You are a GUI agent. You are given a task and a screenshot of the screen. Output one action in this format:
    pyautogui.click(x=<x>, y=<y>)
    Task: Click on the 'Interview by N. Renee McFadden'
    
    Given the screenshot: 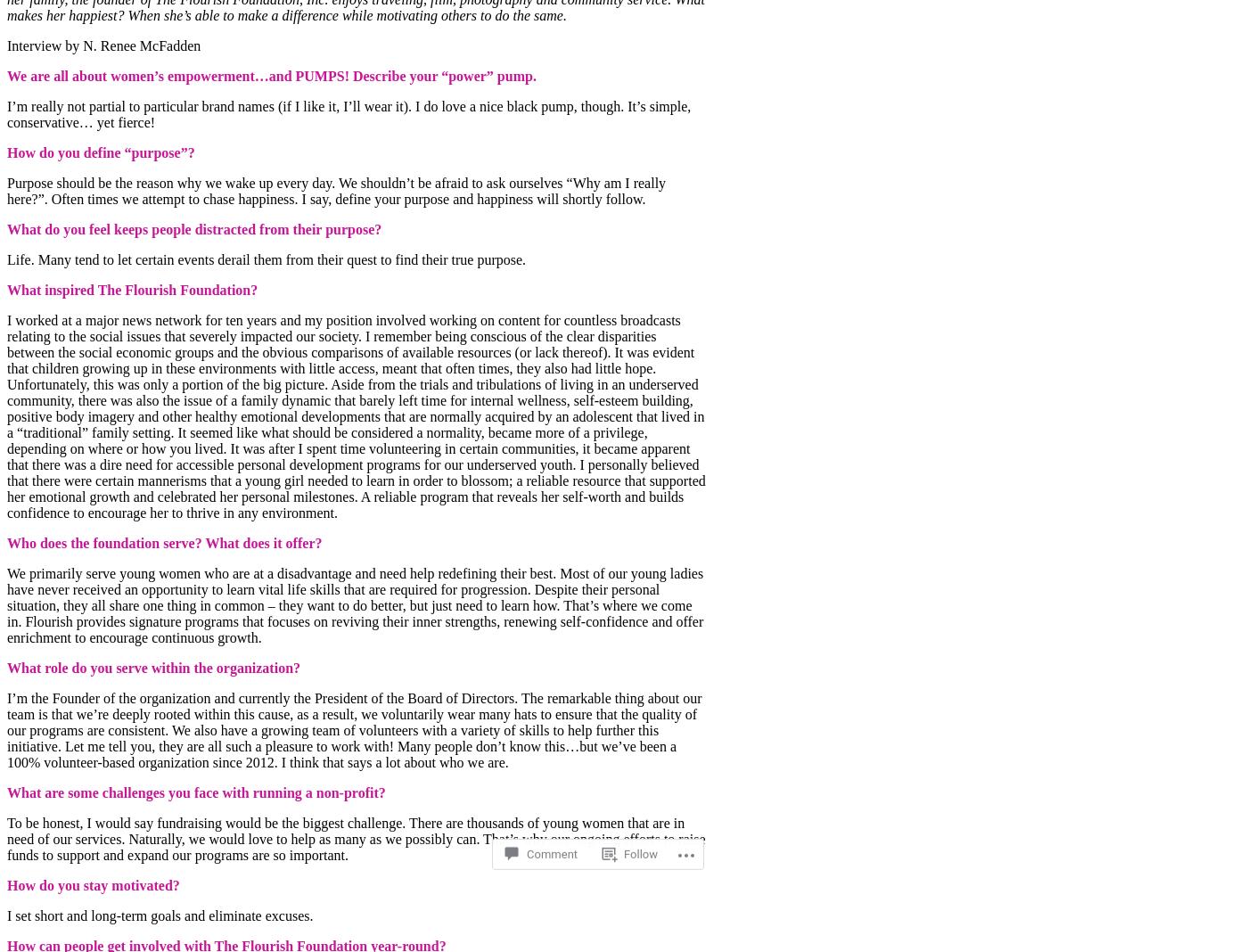 What is the action you would take?
    pyautogui.click(x=103, y=44)
    